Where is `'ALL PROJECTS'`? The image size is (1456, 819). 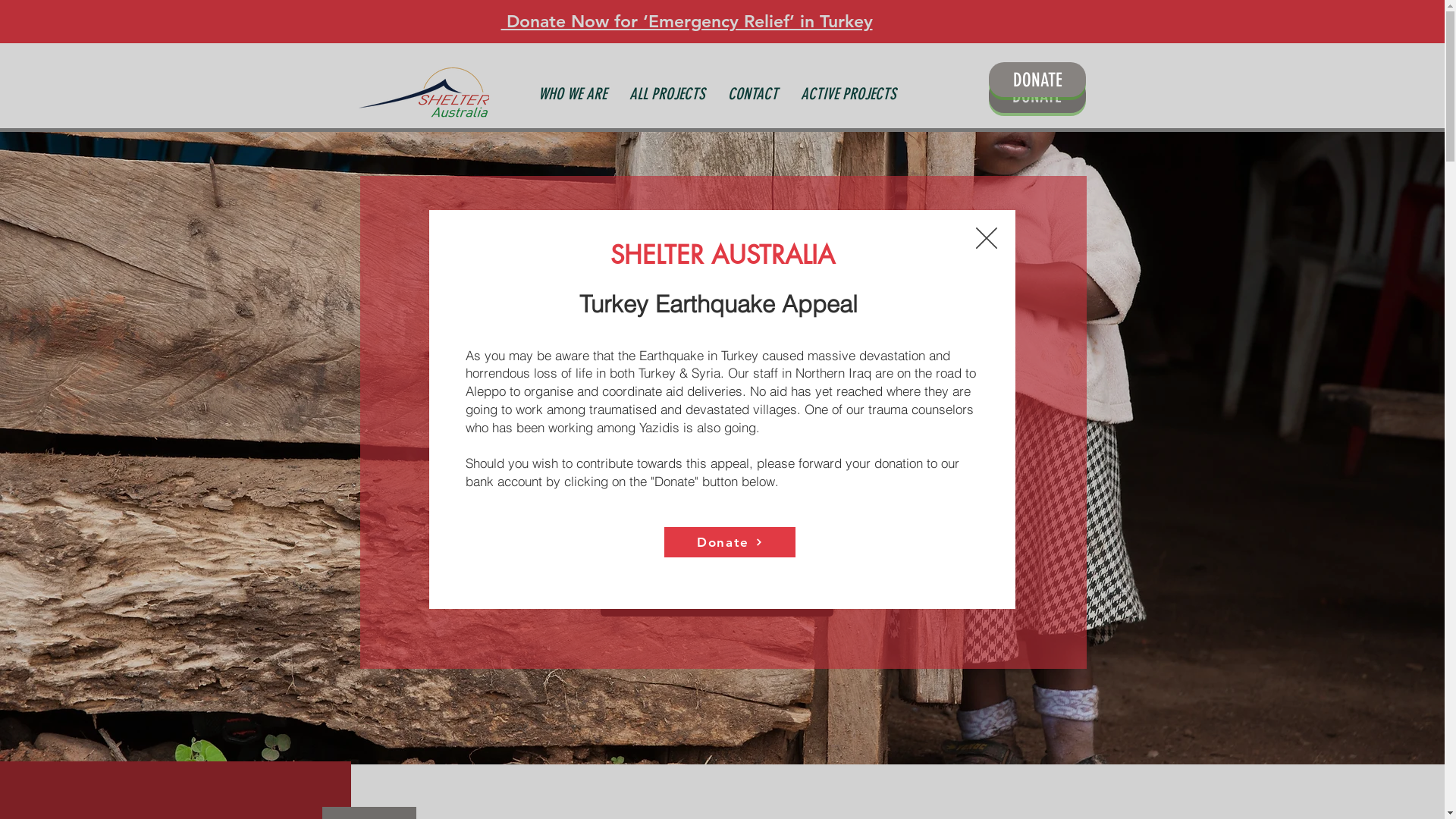
'ALL PROJECTS' is located at coordinates (667, 93).